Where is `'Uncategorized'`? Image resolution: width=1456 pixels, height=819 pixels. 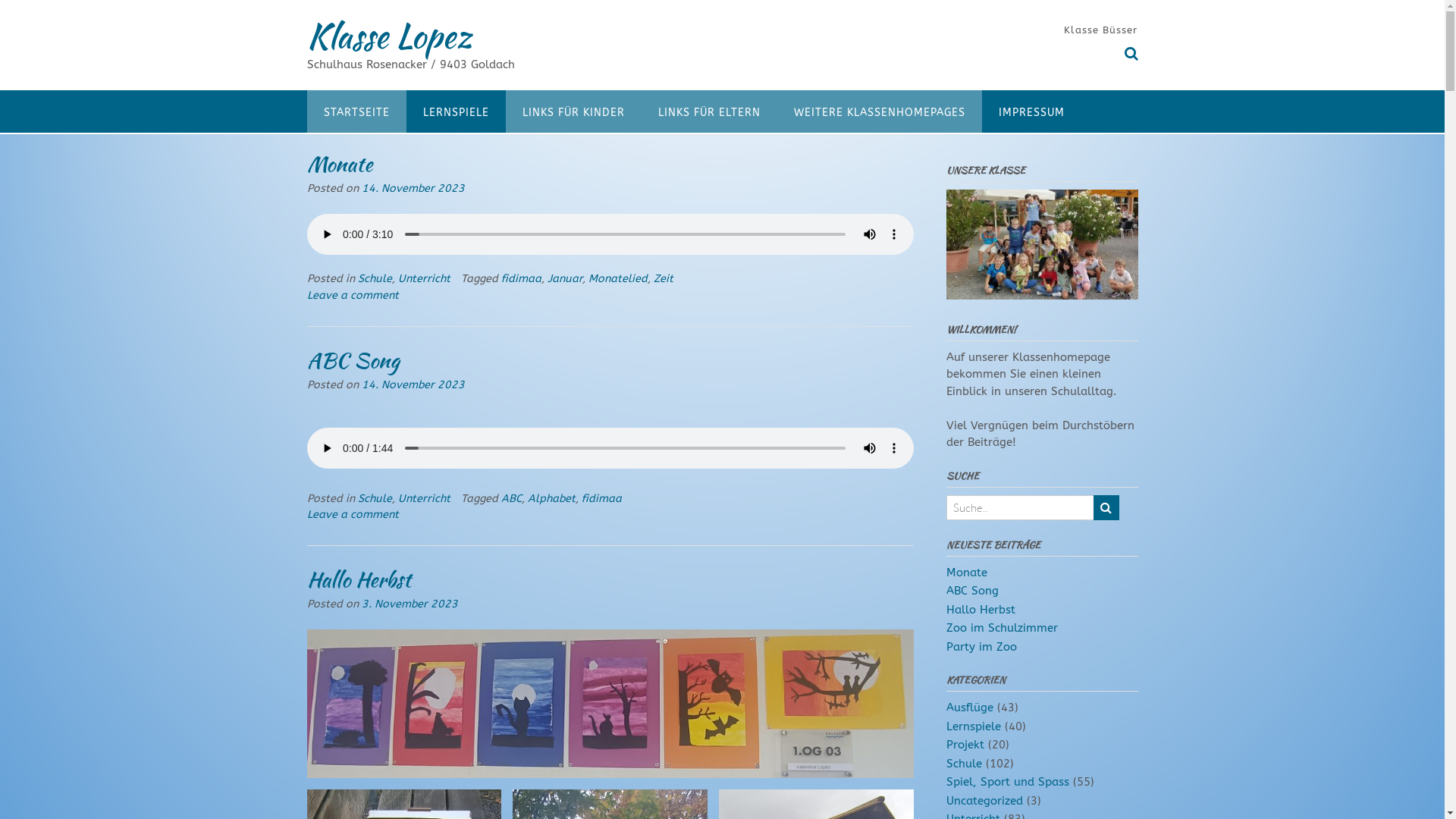
'Uncategorized' is located at coordinates (984, 800).